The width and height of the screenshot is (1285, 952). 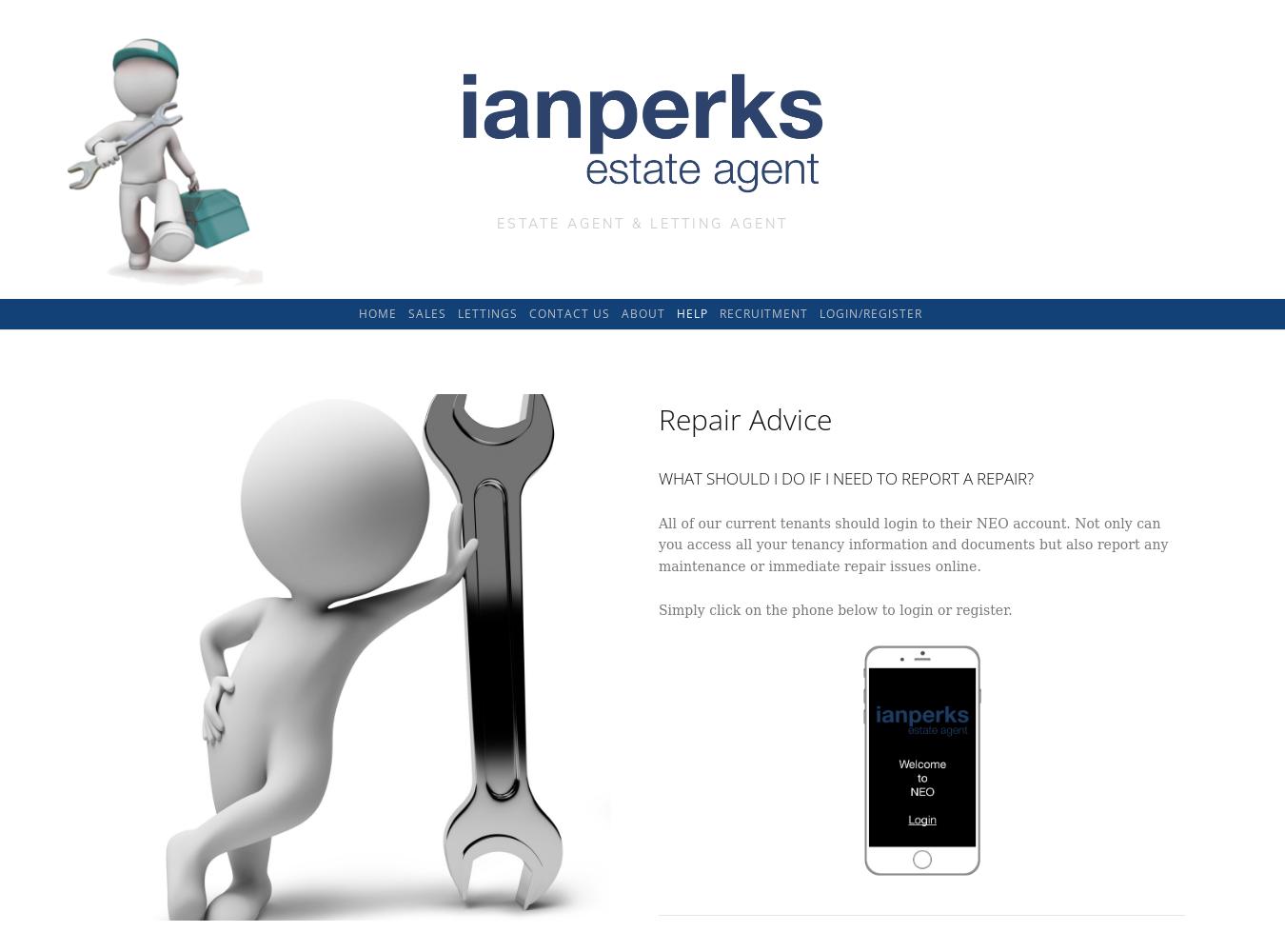 I want to click on 'Contact Us', so click(x=568, y=311).